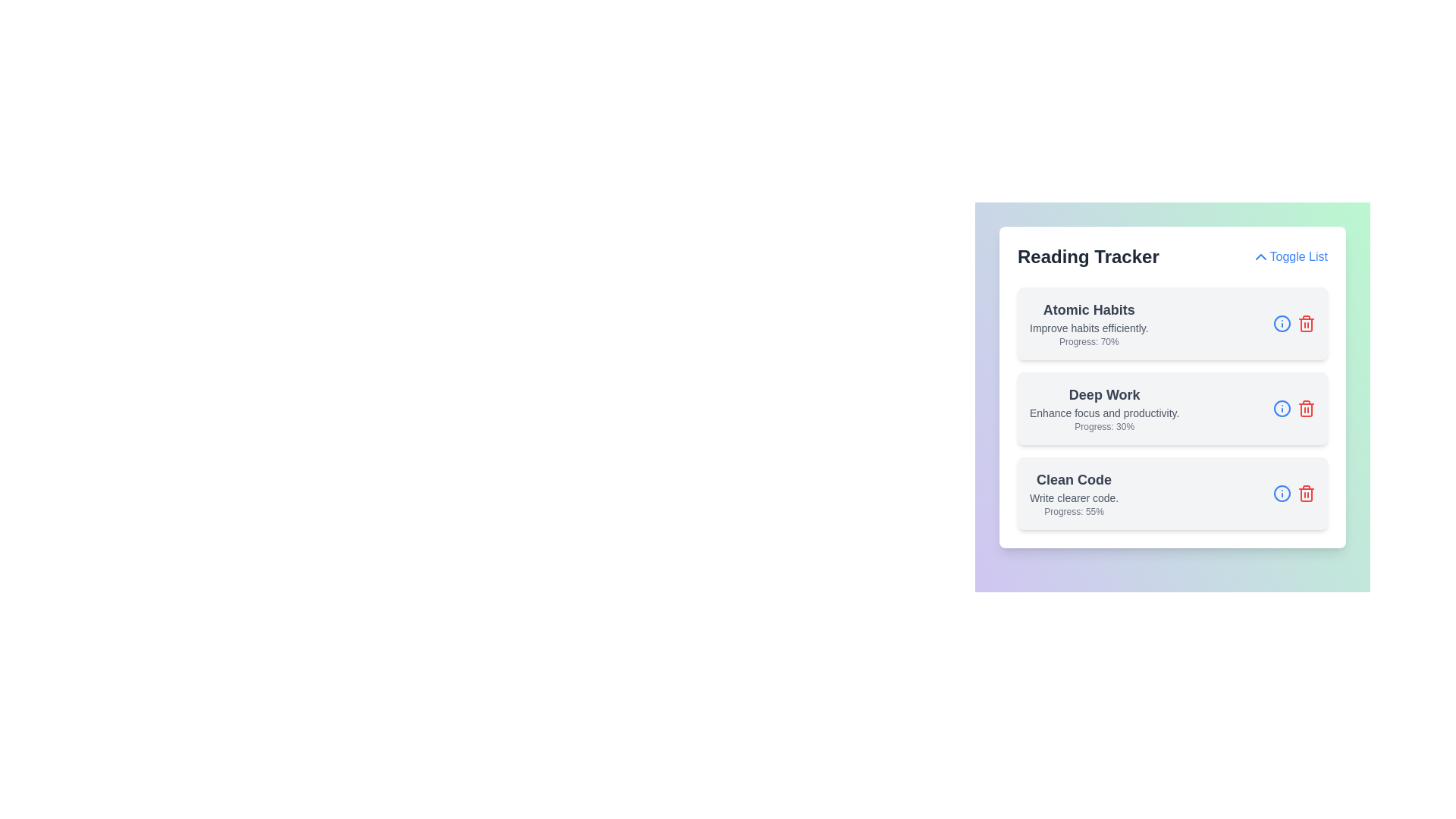  I want to click on the multiline text block titled 'Deep Work', which contains the subtext 'Enhance focus and productivity.' and the progress indication 'Progress: 30%', located in a vertically aligned list of entries, so click(1104, 408).